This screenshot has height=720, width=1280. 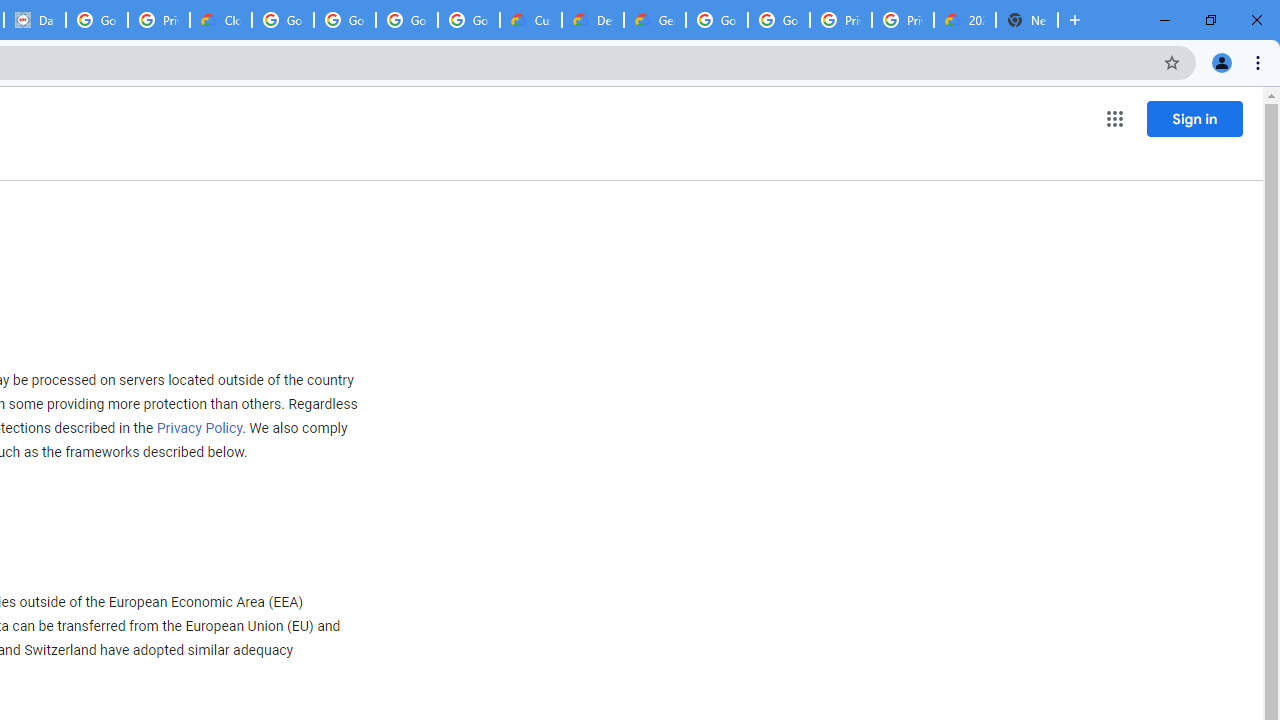 What do you see at coordinates (406, 20) in the screenshot?
I see `'Google Workspace - Specific Terms'` at bounding box center [406, 20].